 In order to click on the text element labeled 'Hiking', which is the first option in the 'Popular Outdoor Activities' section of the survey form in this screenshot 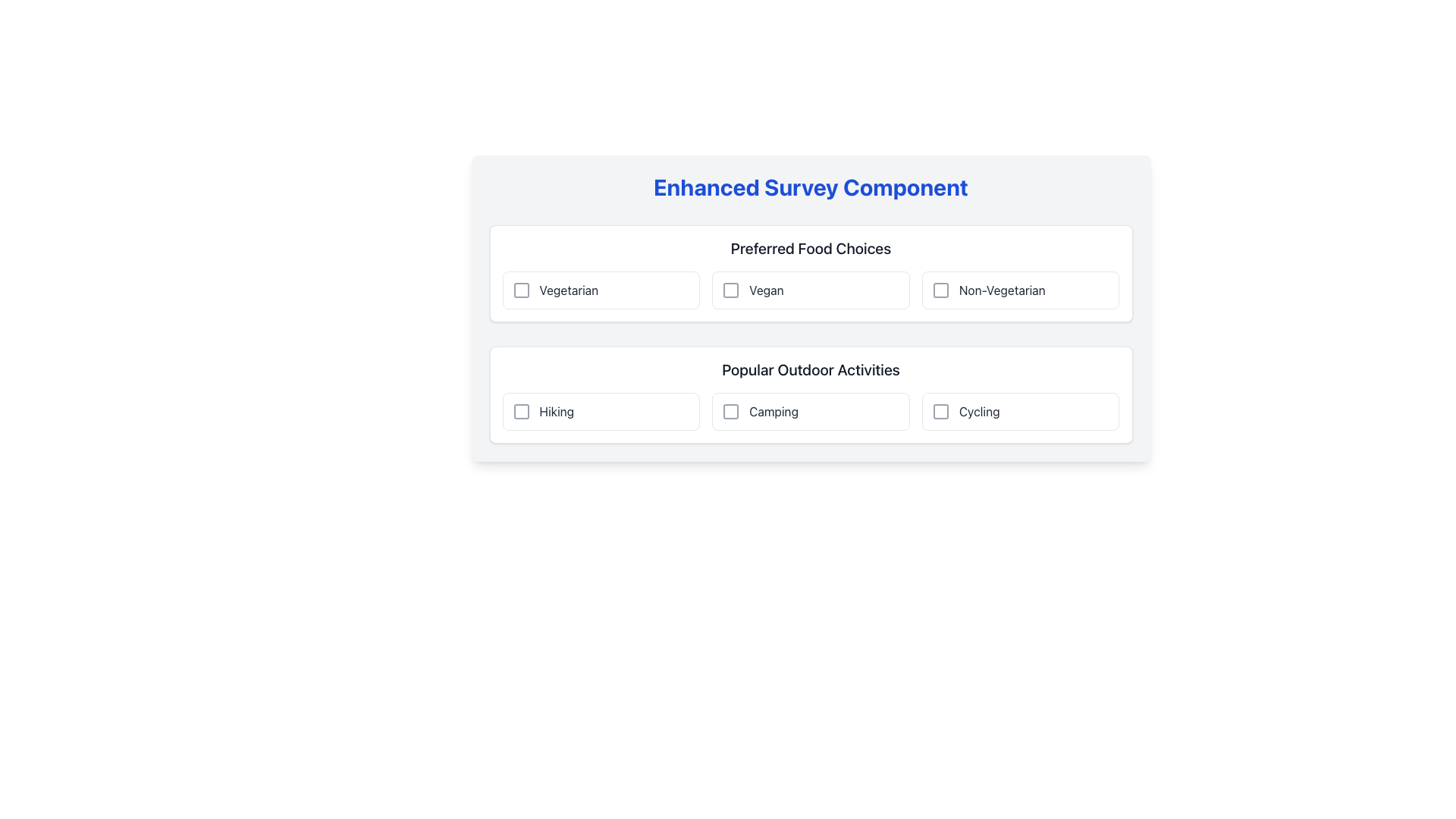, I will do `click(556, 412)`.